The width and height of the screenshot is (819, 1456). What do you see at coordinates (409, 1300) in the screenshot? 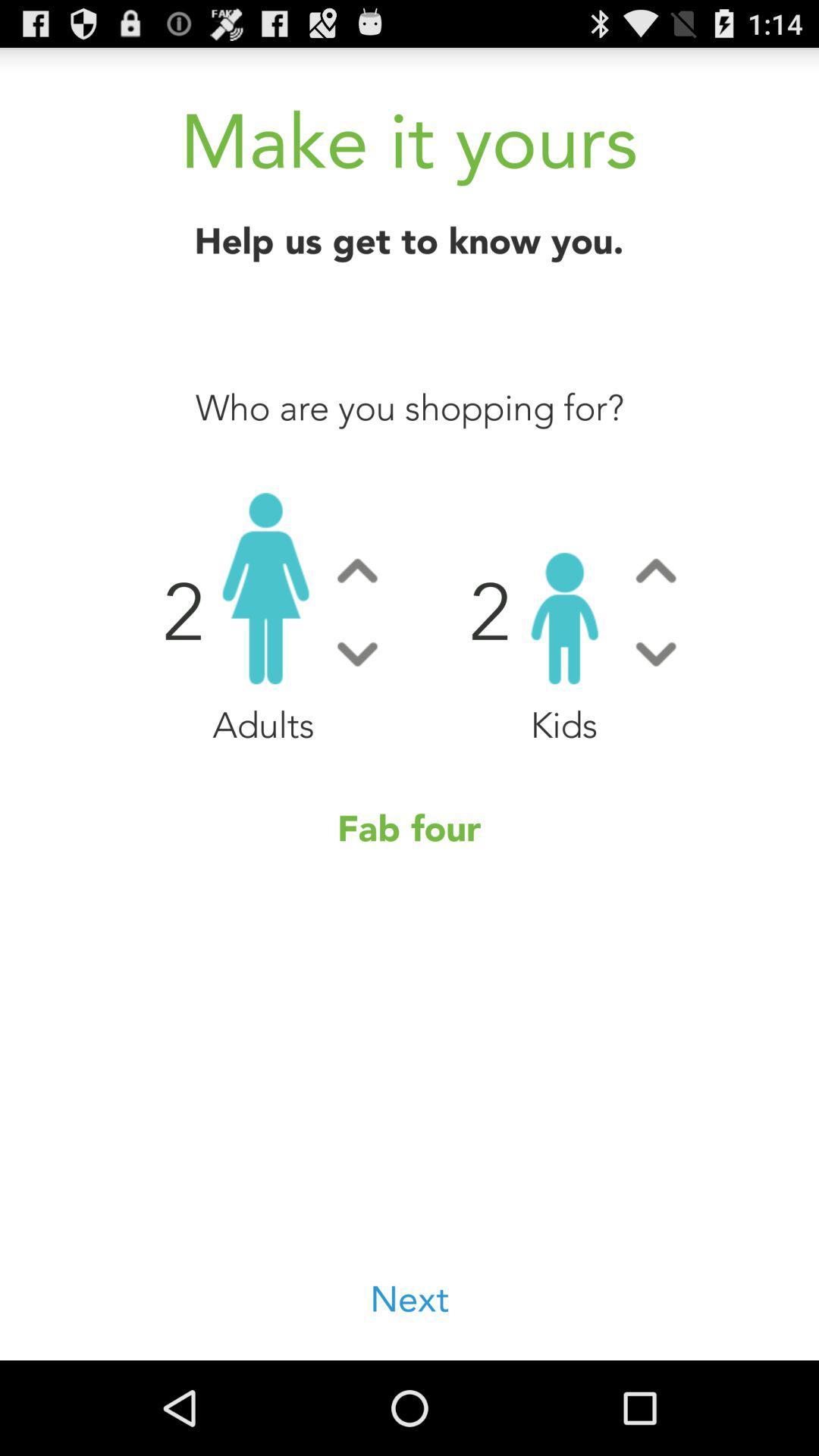
I see `next` at bounding box center [409, 1300].